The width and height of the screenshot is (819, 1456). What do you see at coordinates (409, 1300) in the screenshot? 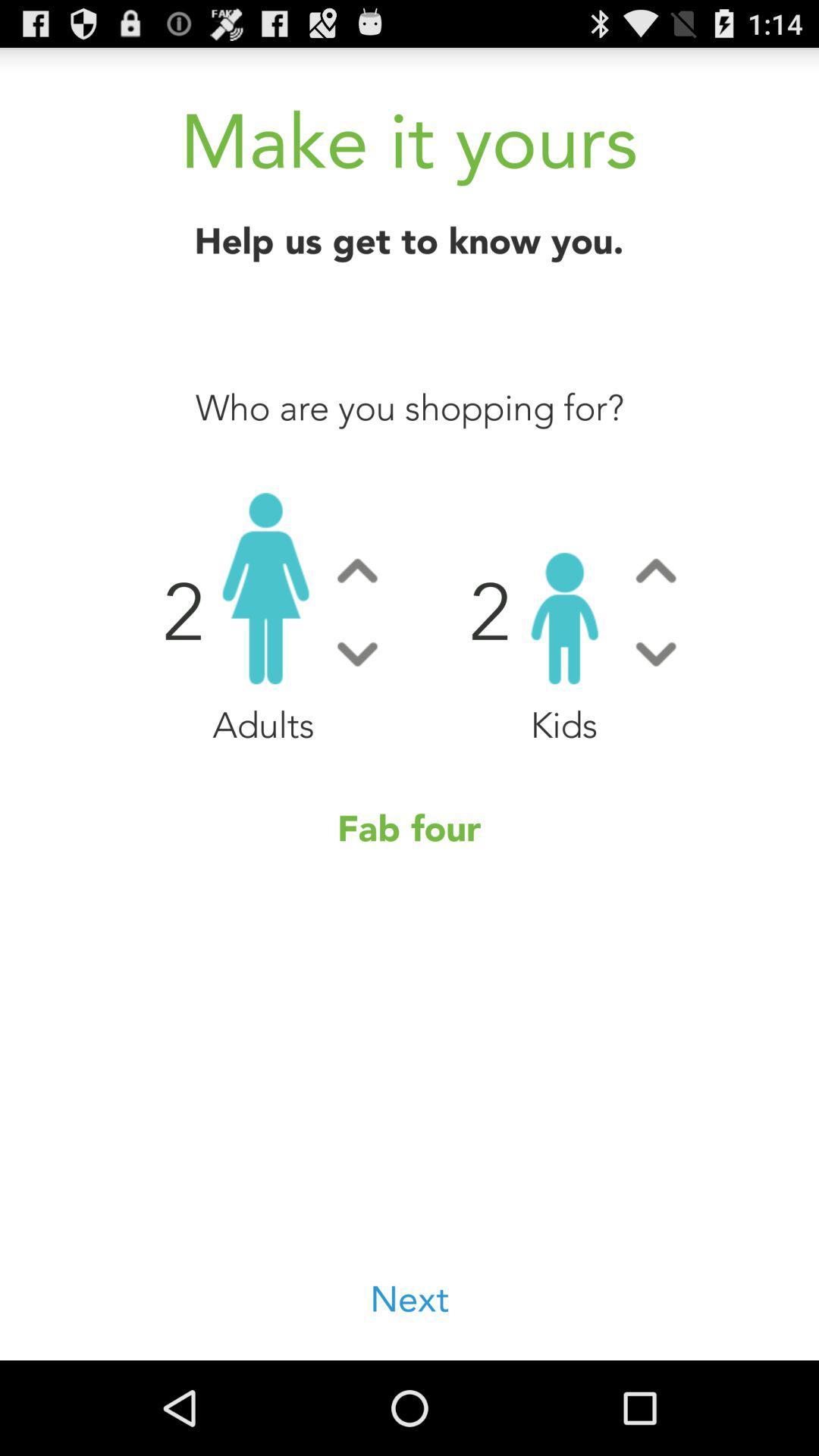
I see `next` at bounding box center [409, 1300].